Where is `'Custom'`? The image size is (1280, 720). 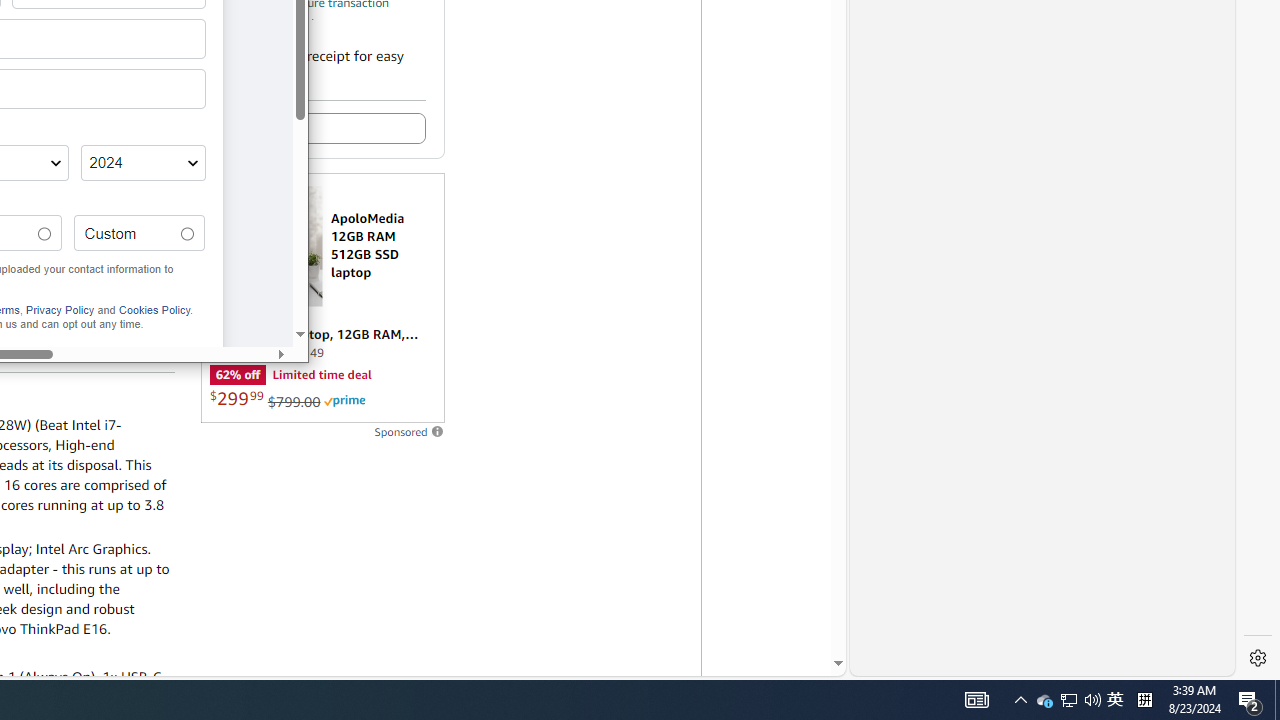
'Custom' is located at coordinates (187, 233).